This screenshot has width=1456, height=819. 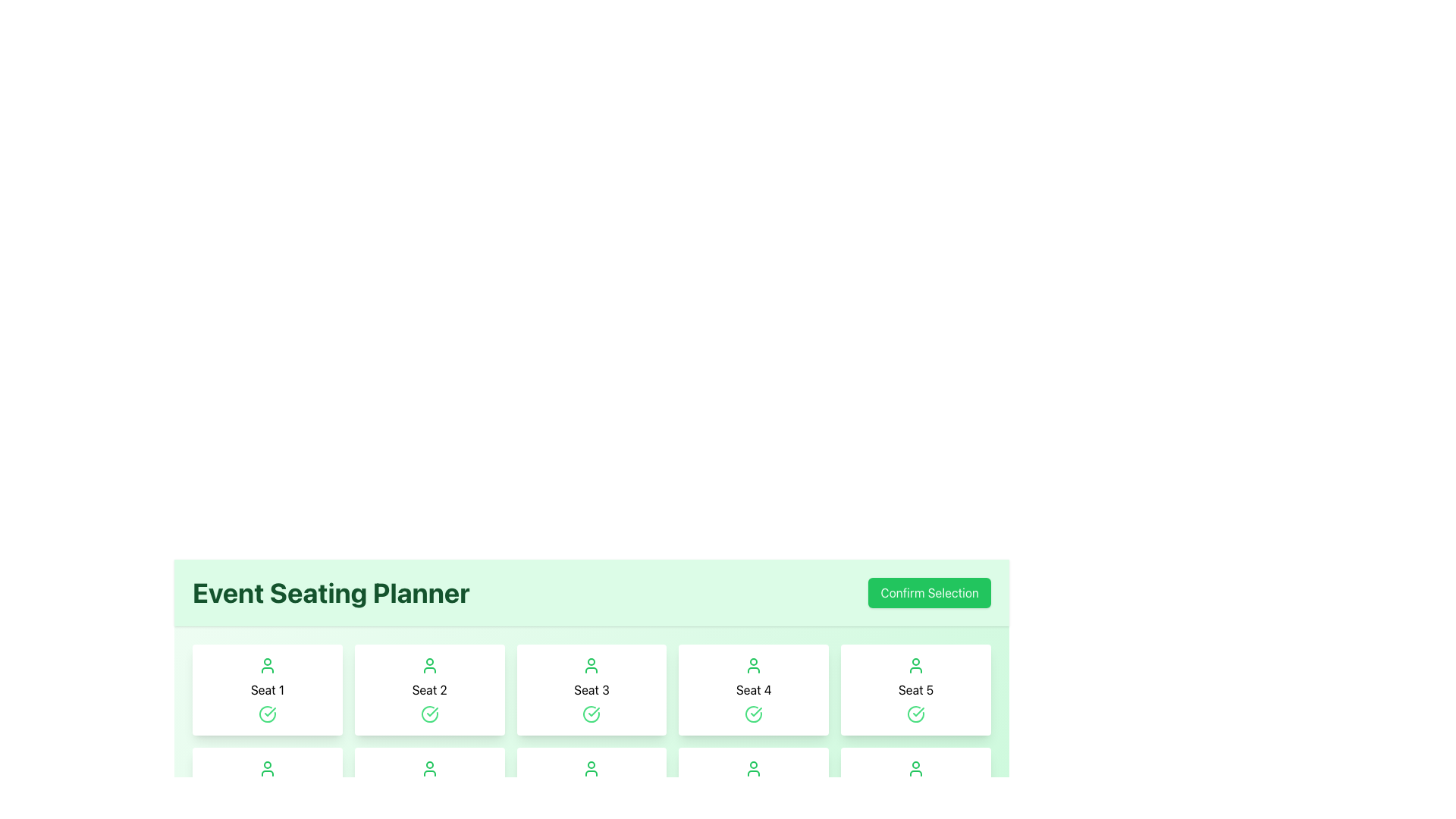 What do you see at coordinates (428, 690) in the screenshot?
I see `the seating option indicator labeled 'Seat 2', which is the second card in the grid layout for seating options` at bounding box center [428, 690].